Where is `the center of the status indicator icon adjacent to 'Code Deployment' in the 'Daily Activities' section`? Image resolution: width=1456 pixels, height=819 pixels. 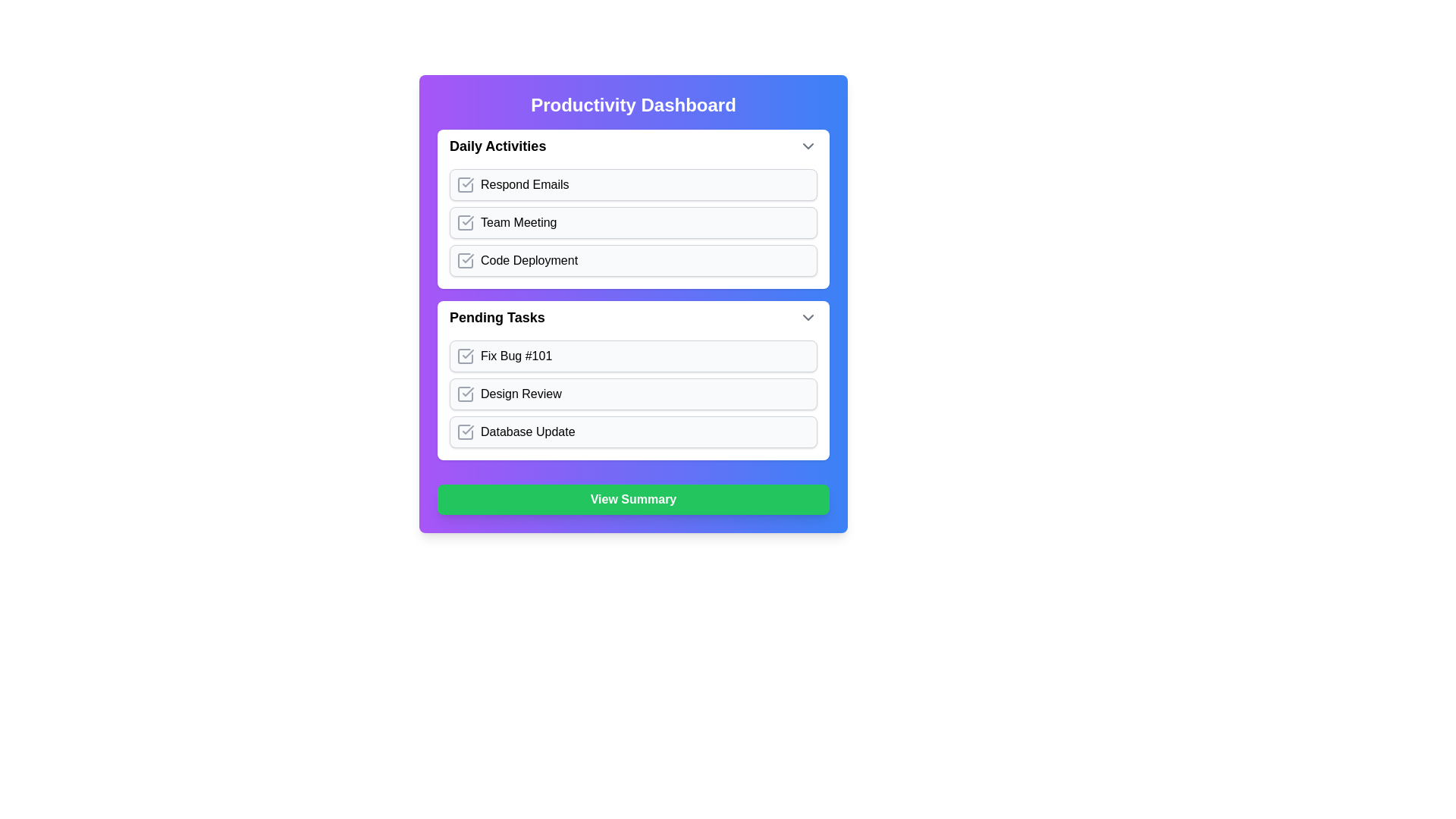
the center of the status indicator icon adjacent to 'Code Deployment' in the 'Daily Activities' section is located at coordinates (467, 257).